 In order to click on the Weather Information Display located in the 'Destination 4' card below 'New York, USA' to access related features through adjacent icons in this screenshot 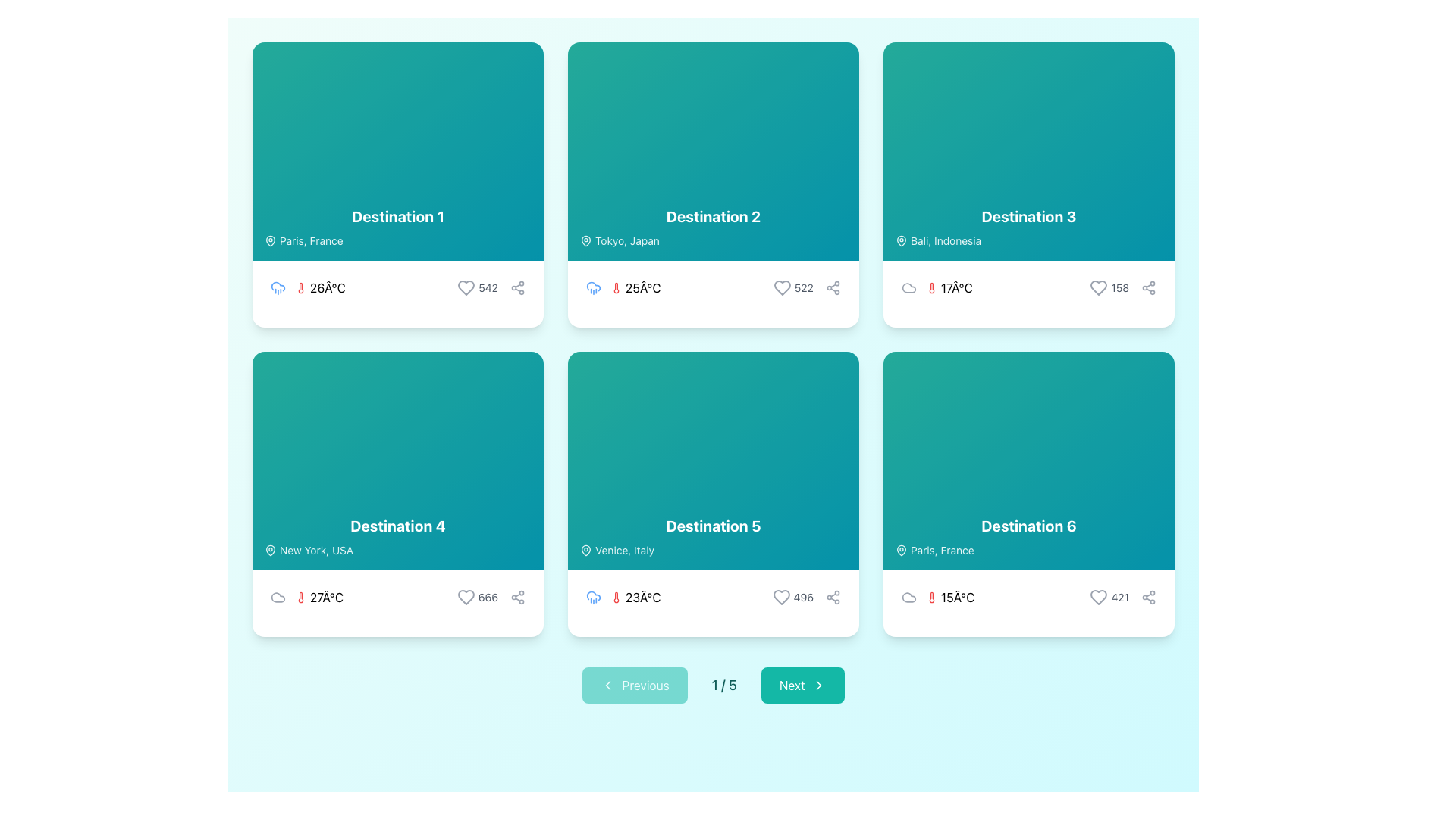, I will do `click(306, 596)`.